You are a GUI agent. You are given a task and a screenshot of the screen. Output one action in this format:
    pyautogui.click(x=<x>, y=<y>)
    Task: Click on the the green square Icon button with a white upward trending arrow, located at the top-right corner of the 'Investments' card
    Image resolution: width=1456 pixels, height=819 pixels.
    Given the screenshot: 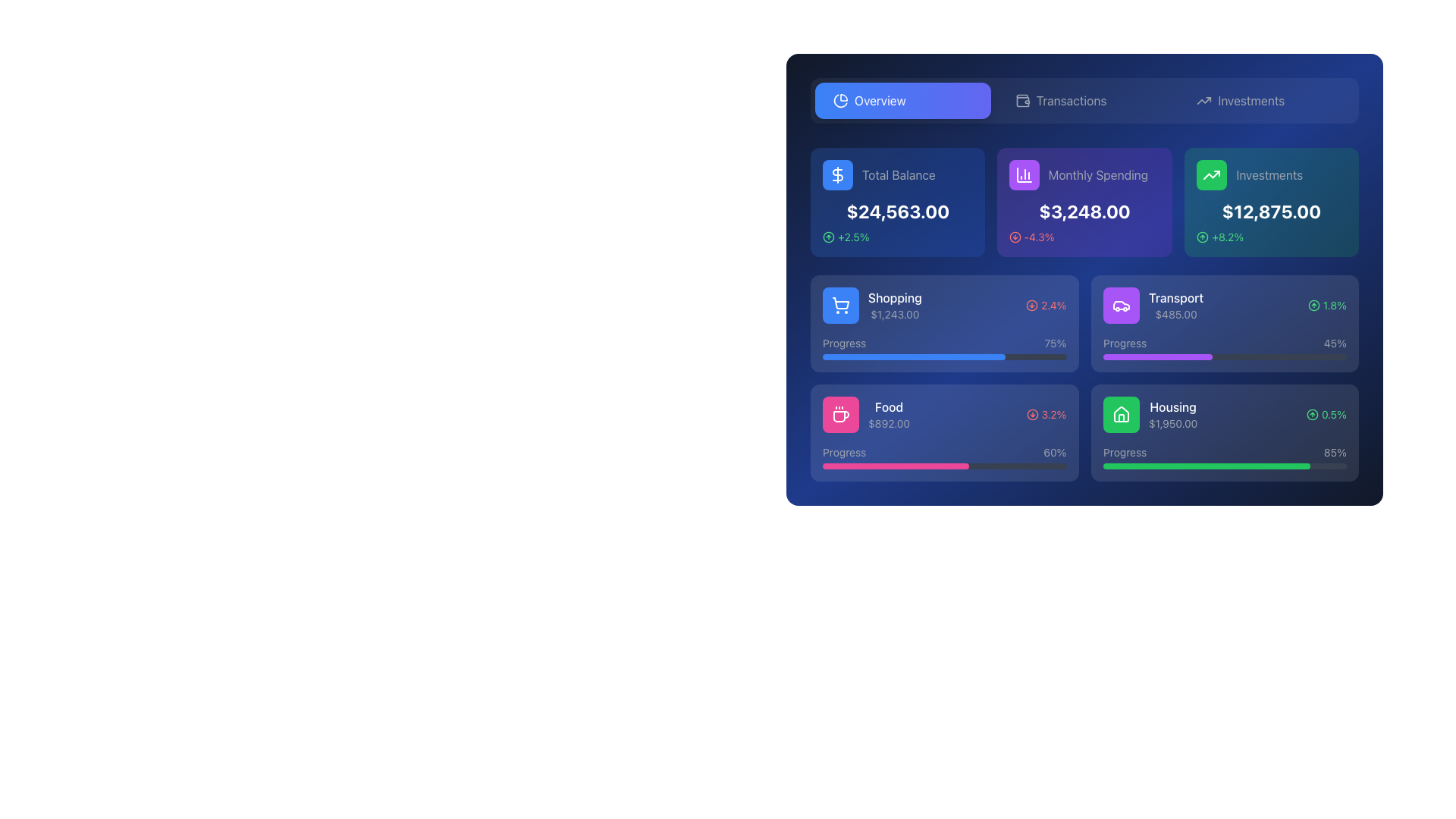 What is the action you would take?
    pyautogui.click(x=1210, y=174)
    